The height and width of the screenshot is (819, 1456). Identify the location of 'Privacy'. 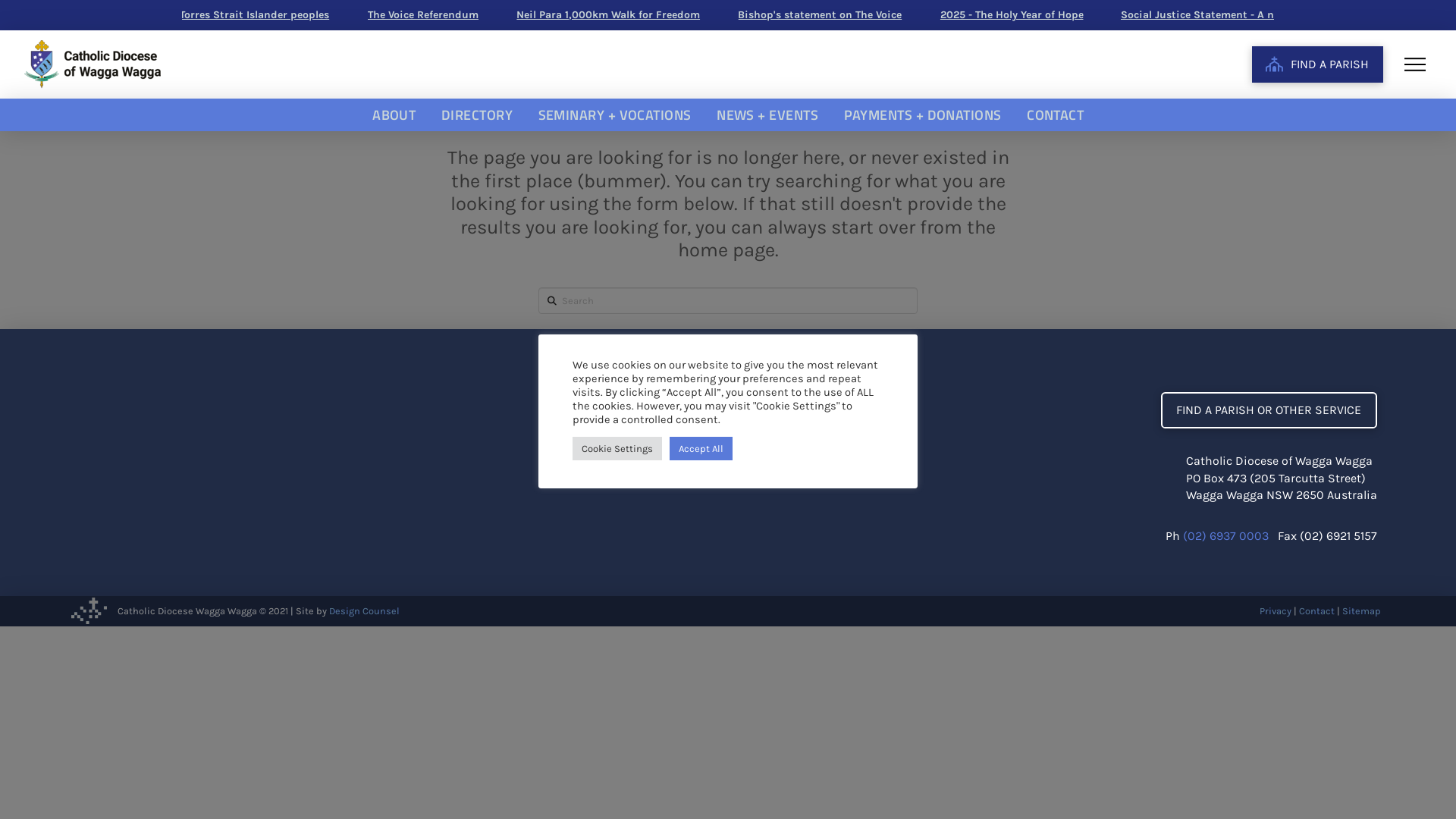
(1274, 610).